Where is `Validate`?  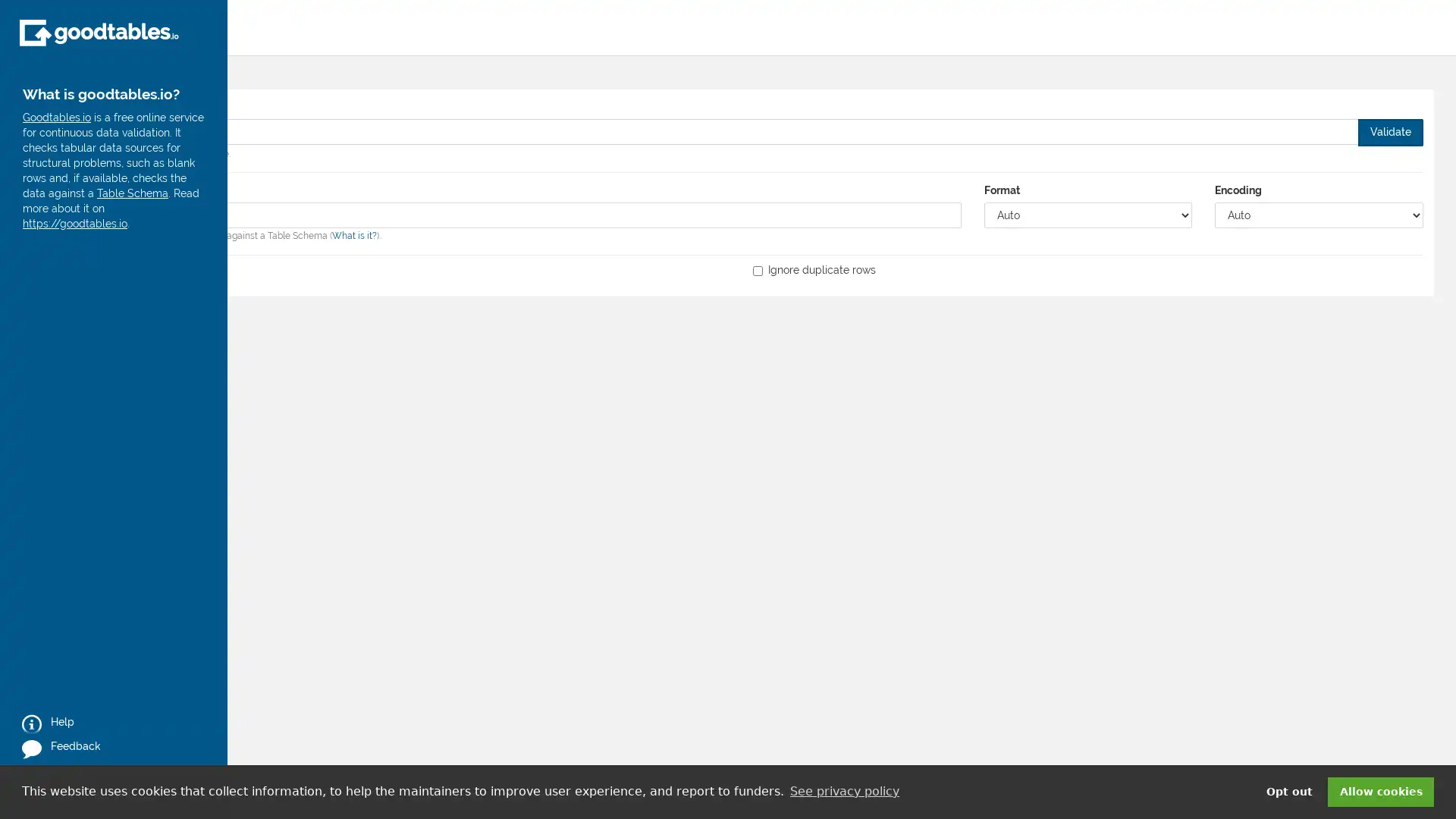 Validate is located at coordinates (1390, 130).